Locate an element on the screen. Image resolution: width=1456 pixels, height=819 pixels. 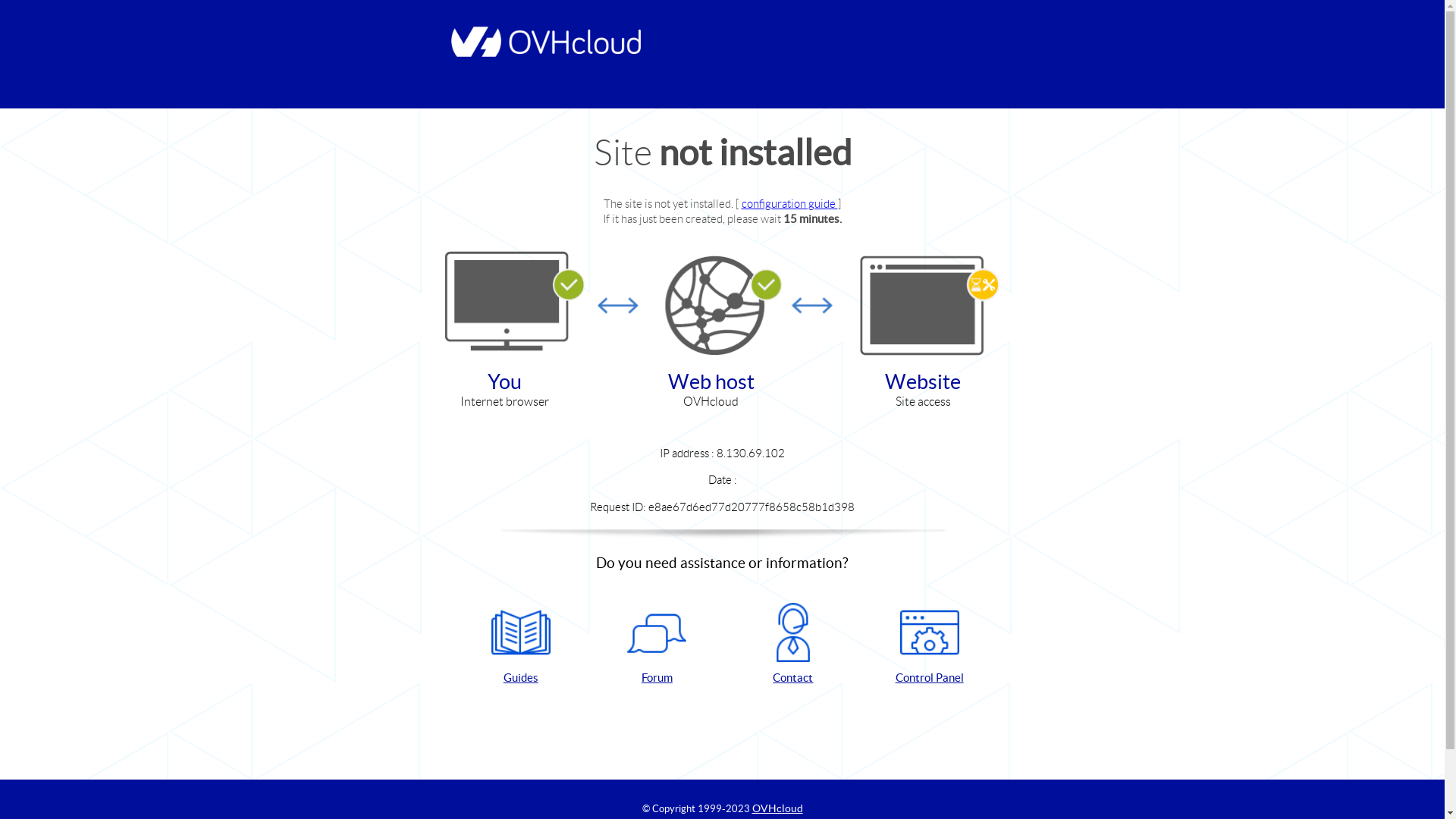
'Guides' is located at coordinates (520, 644).